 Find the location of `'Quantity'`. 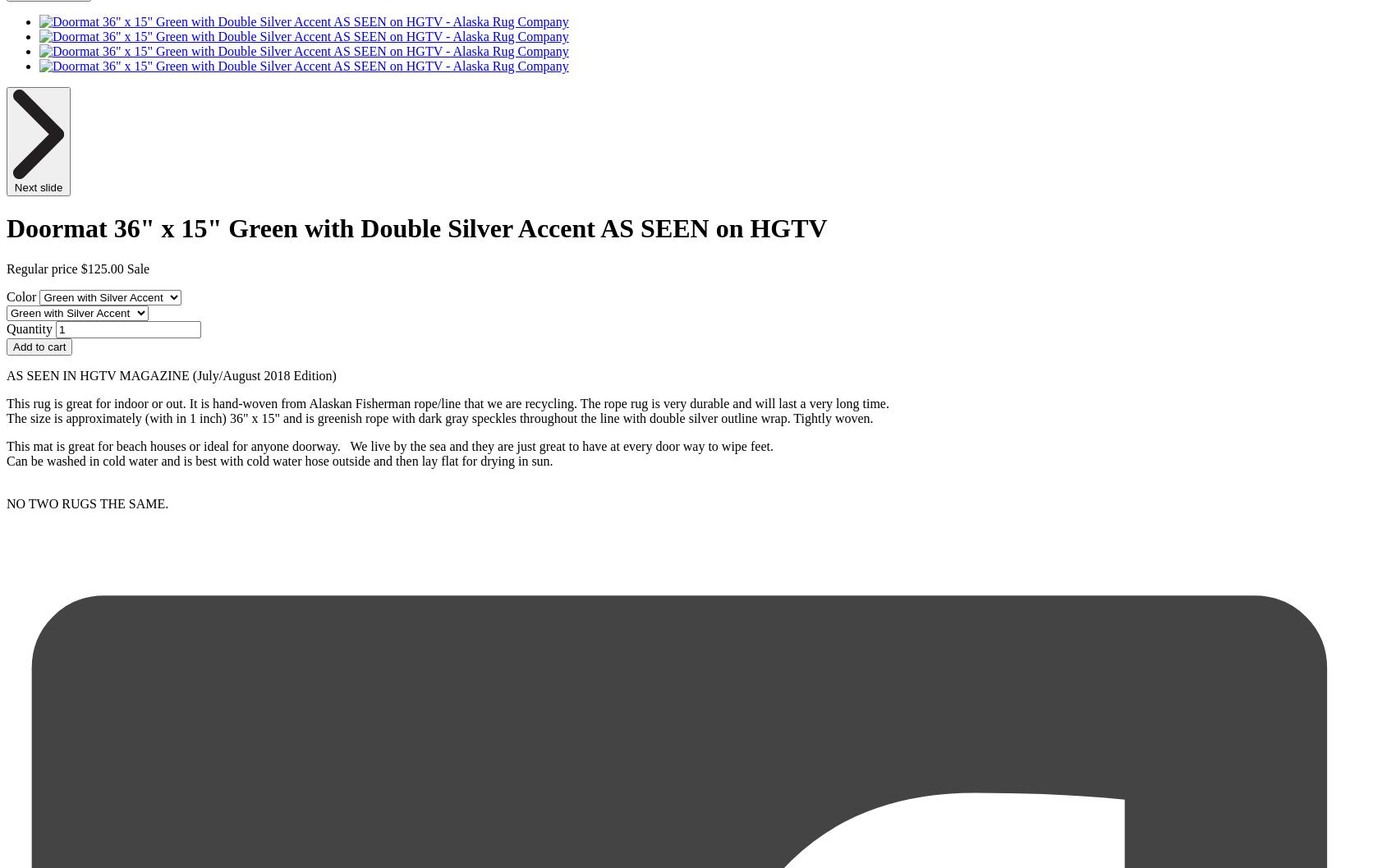

'Quantity' is located at coordinates (30, 327).